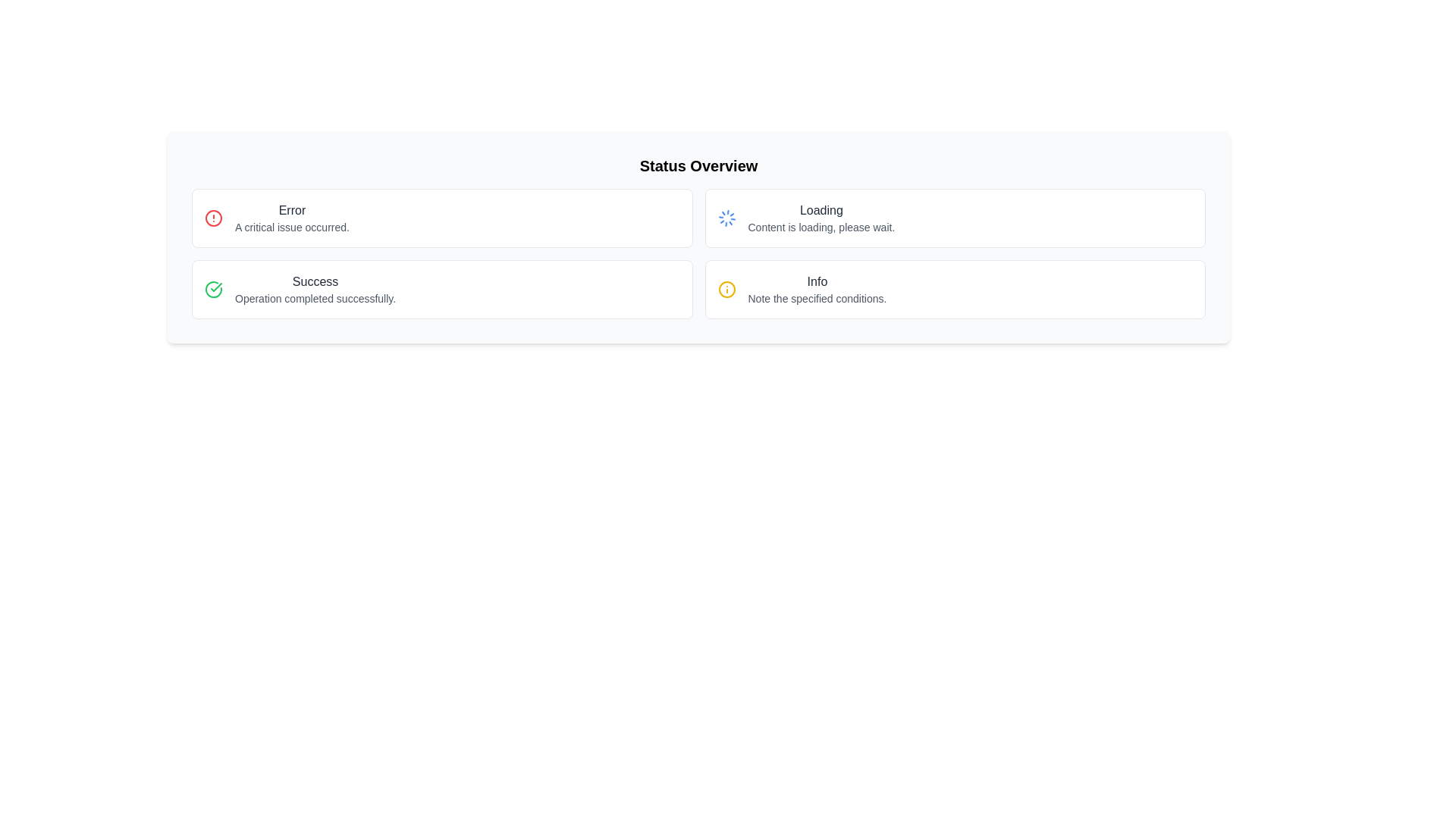 The width and height of the screenshot is (1456, 819). What do you see at coordinates (215, 287) in the screenshot?
I see `the success status icon, which confirms the successful completion of an operation, positioned centrally below the error indicator and above the descriptive text 'Operation completed successfully.'` at bounding box center [215, 287].